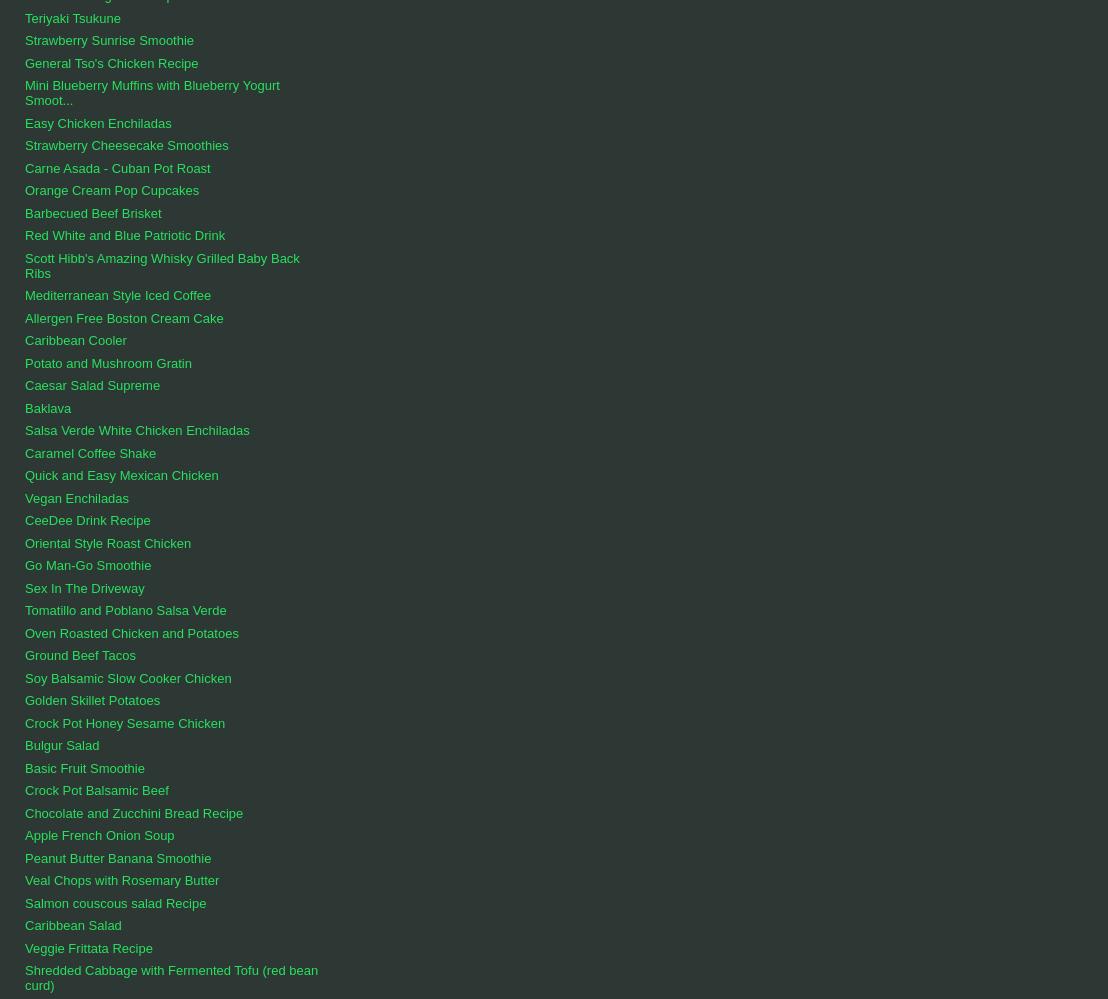  What do you see at coordinates (25, 519) in the screenshot?
I see `'CeeDee Drink Recipe'` at bounding box center [25, 519].